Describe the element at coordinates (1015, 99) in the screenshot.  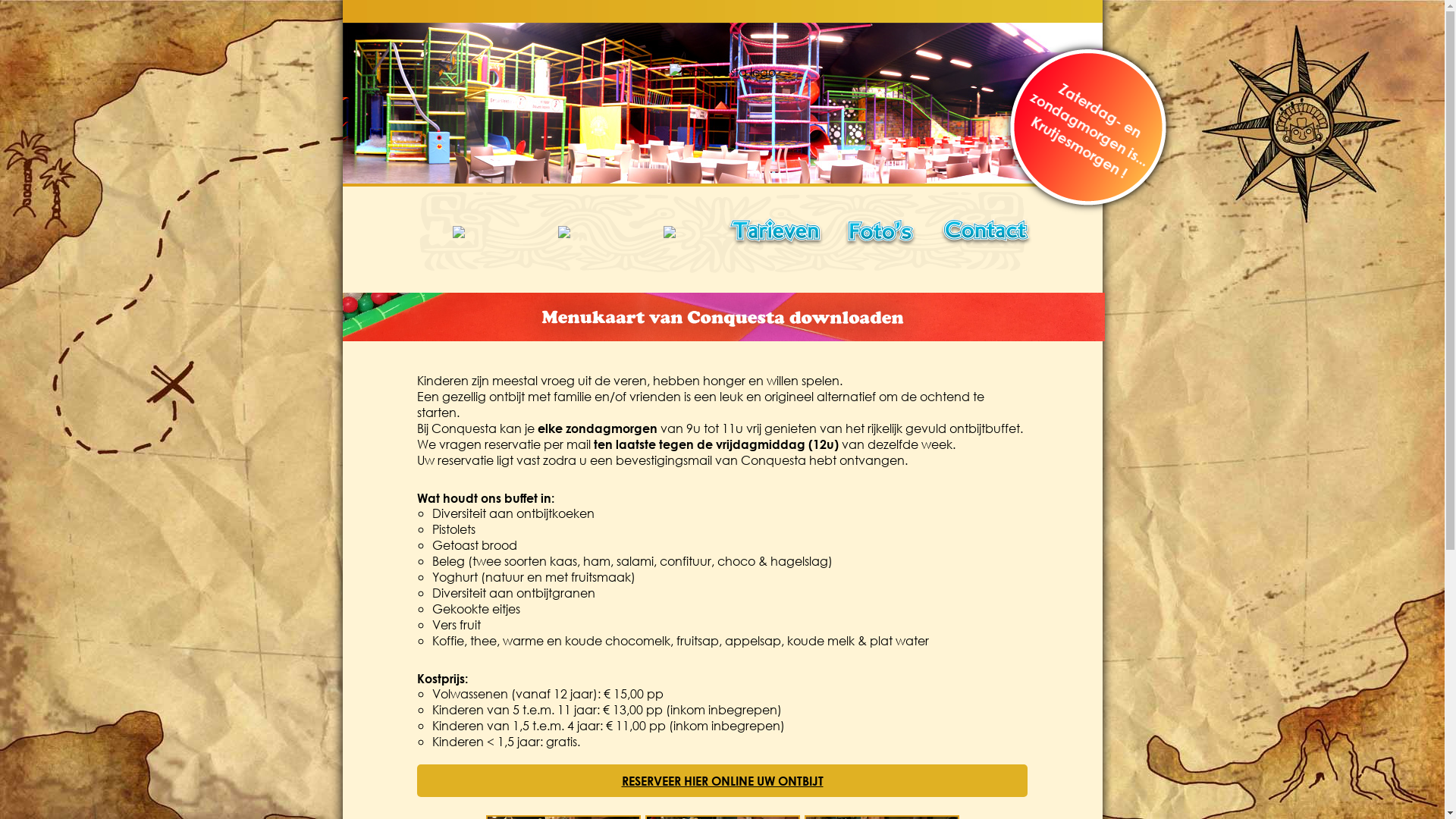
I see `'Zaterdag- en` at that location.